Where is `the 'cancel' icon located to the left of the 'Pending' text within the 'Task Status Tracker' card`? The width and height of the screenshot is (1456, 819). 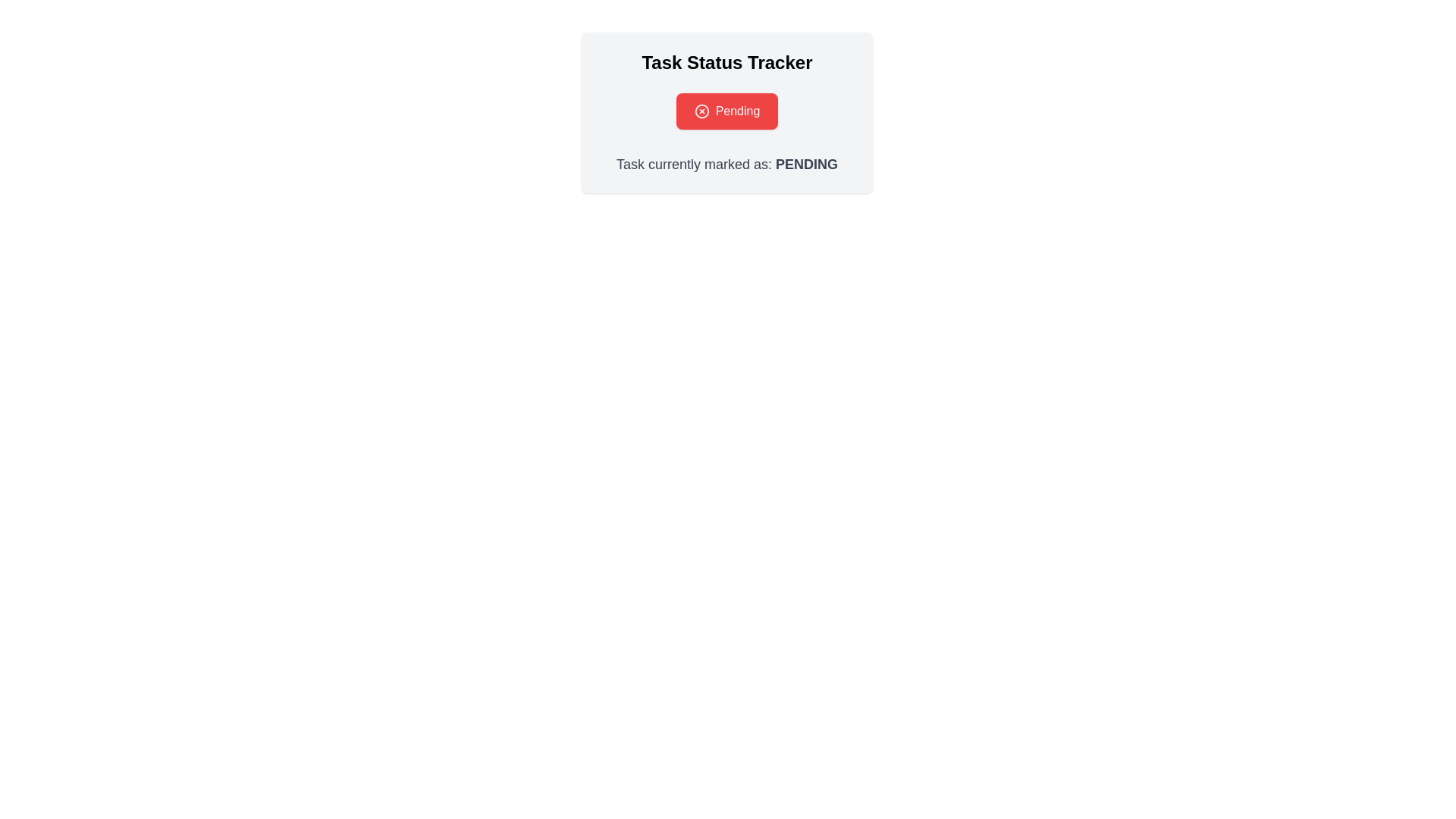 the 'cancel' icon located to the left of the 'Pending' text within the 'Task Status Tracker' card is located at coordinates (701, 110).